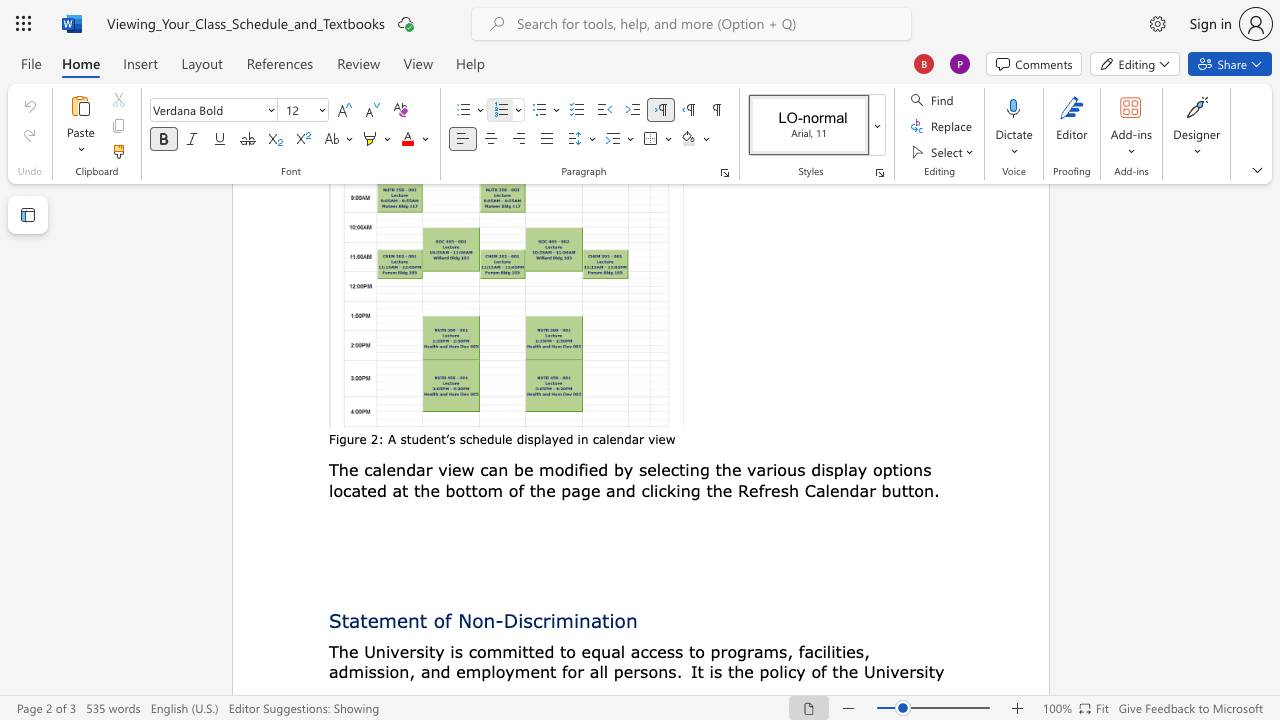  Describe the element at coordinates (903, 490) in the screenshot. I see `the 7th character "t" in the text` at that location.